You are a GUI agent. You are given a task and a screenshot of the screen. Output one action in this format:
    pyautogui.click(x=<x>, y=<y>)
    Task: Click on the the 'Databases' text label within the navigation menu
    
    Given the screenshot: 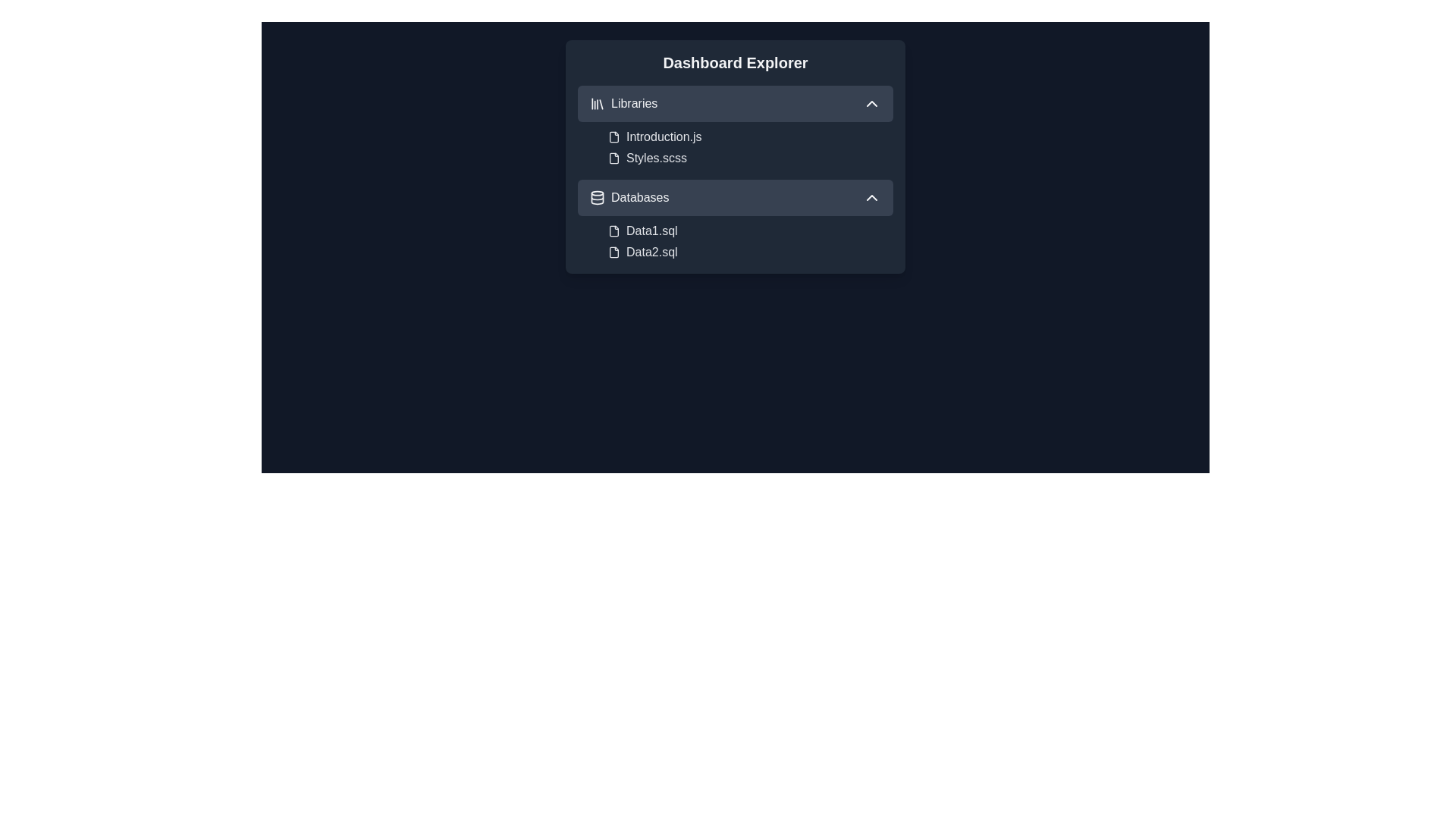 What is the action you would take?
    pyautogui.click(x=640, y=197)
    